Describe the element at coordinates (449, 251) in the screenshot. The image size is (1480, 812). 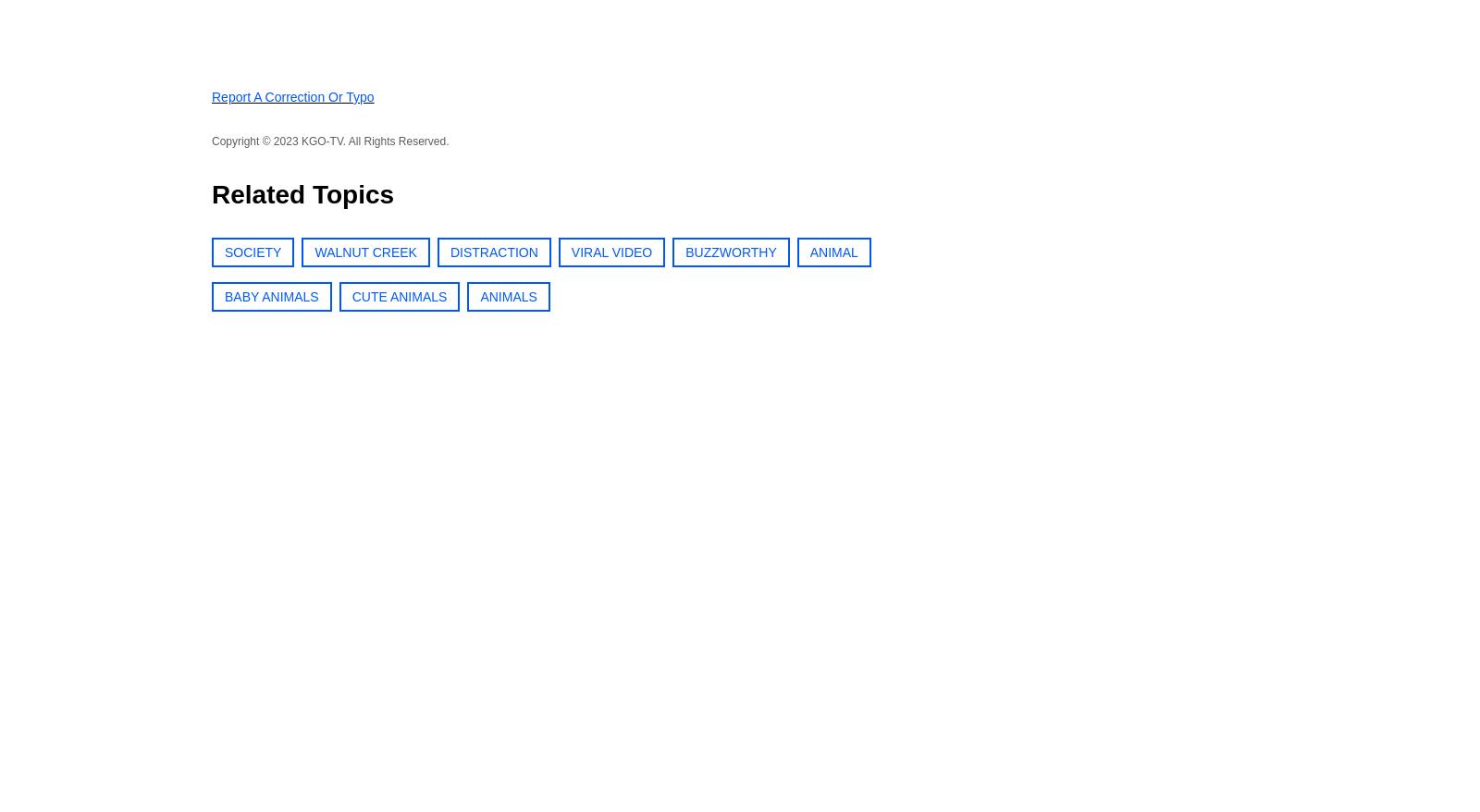
I see `'DISTRACTION'` at that location.